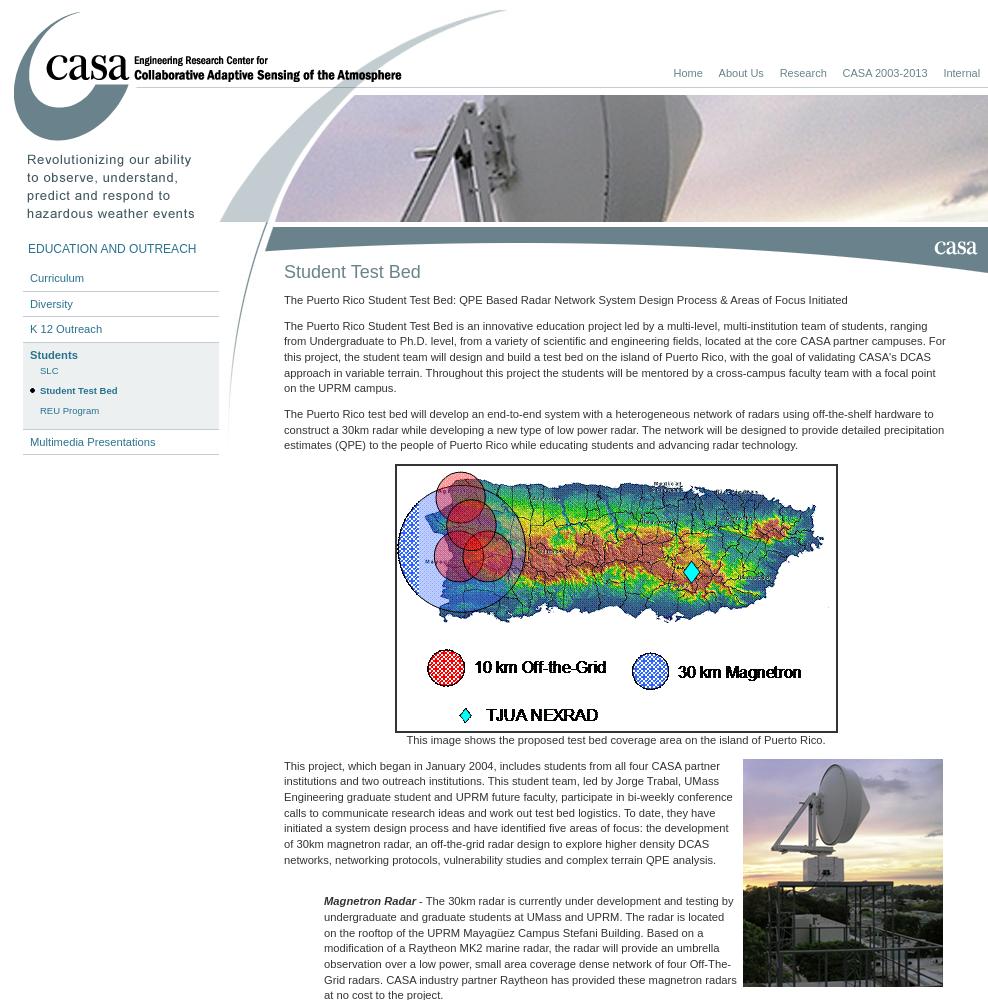  Describe the element at coordinates (507, 812) in the screenshot. I see `'This project, which began in January 2004, includes students from all four CASA partner institutions and two outreach institutions. This student team, led by Jorge Trabal, UMass Engineering graduate student and UPRM future faculty, participate in bi-weekly conference calls to communicate research ideas and work out test bed logistics. To date, they have initiated a system design process and have identified five areas of focus: the development of 30km magnetron radar, an off-the-grid radar design to explore higher density DCAS networks, networking protocols, vulnerability studies and complex terrain QPE analysis.'` at that location.